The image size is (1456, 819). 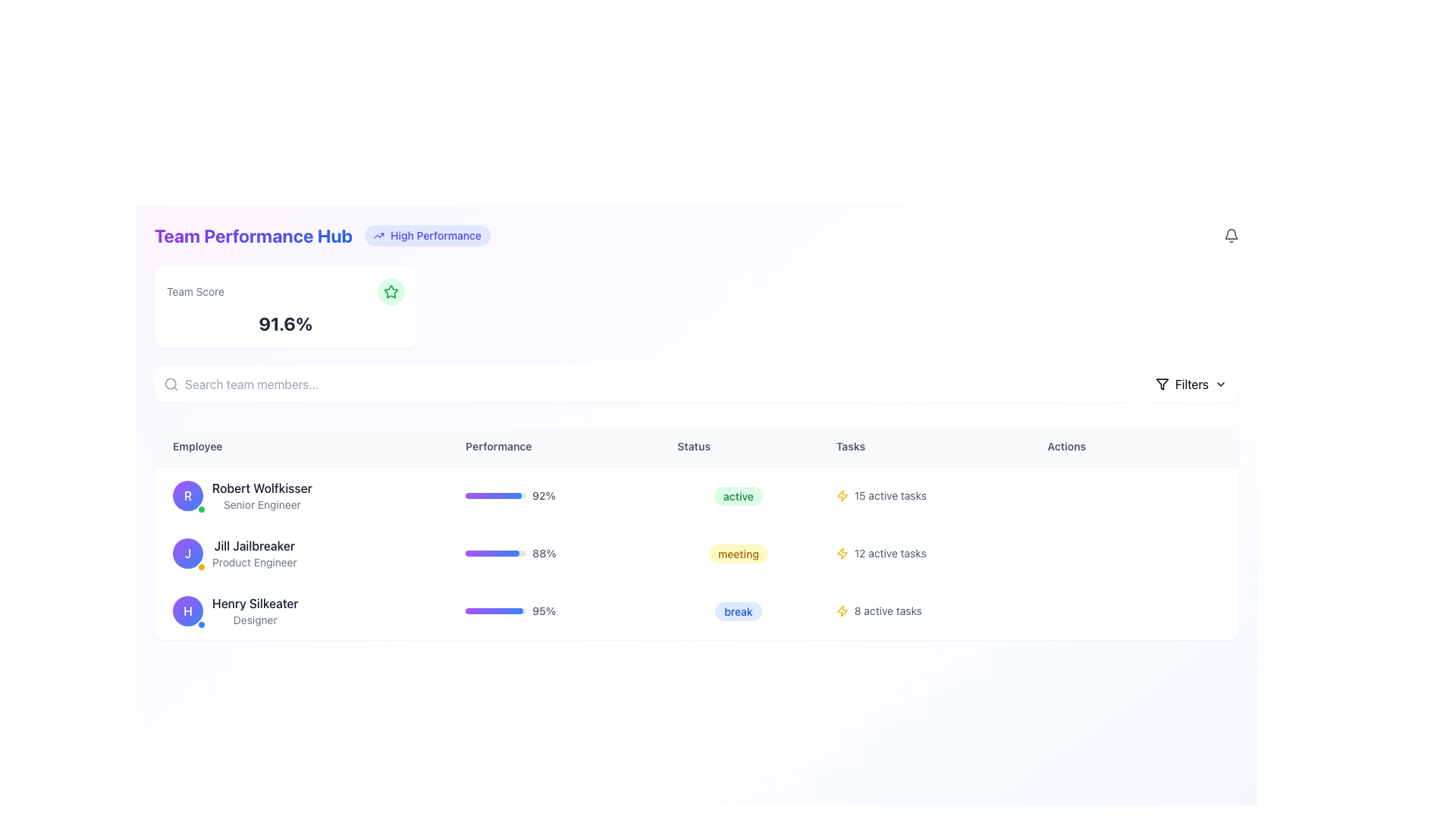 I want to click on the Text Label indicating options or controls for filtering displayed content, located near the top-right corner of the application interface, adjacent to the dropdown arrow icon and filter icon, so click(x=1191, y=383).